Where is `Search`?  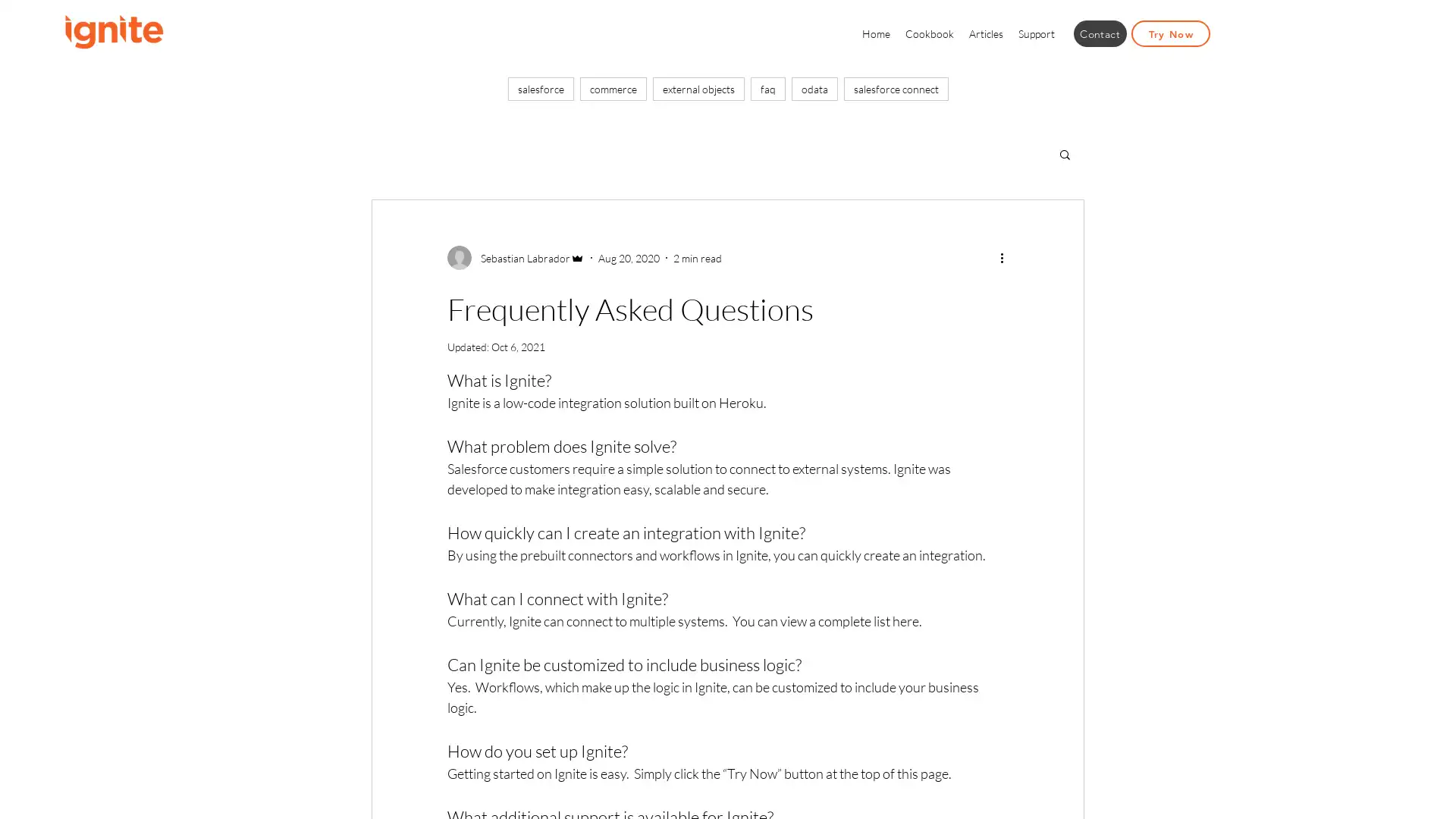 Search is located at coordinates (1064, 155).